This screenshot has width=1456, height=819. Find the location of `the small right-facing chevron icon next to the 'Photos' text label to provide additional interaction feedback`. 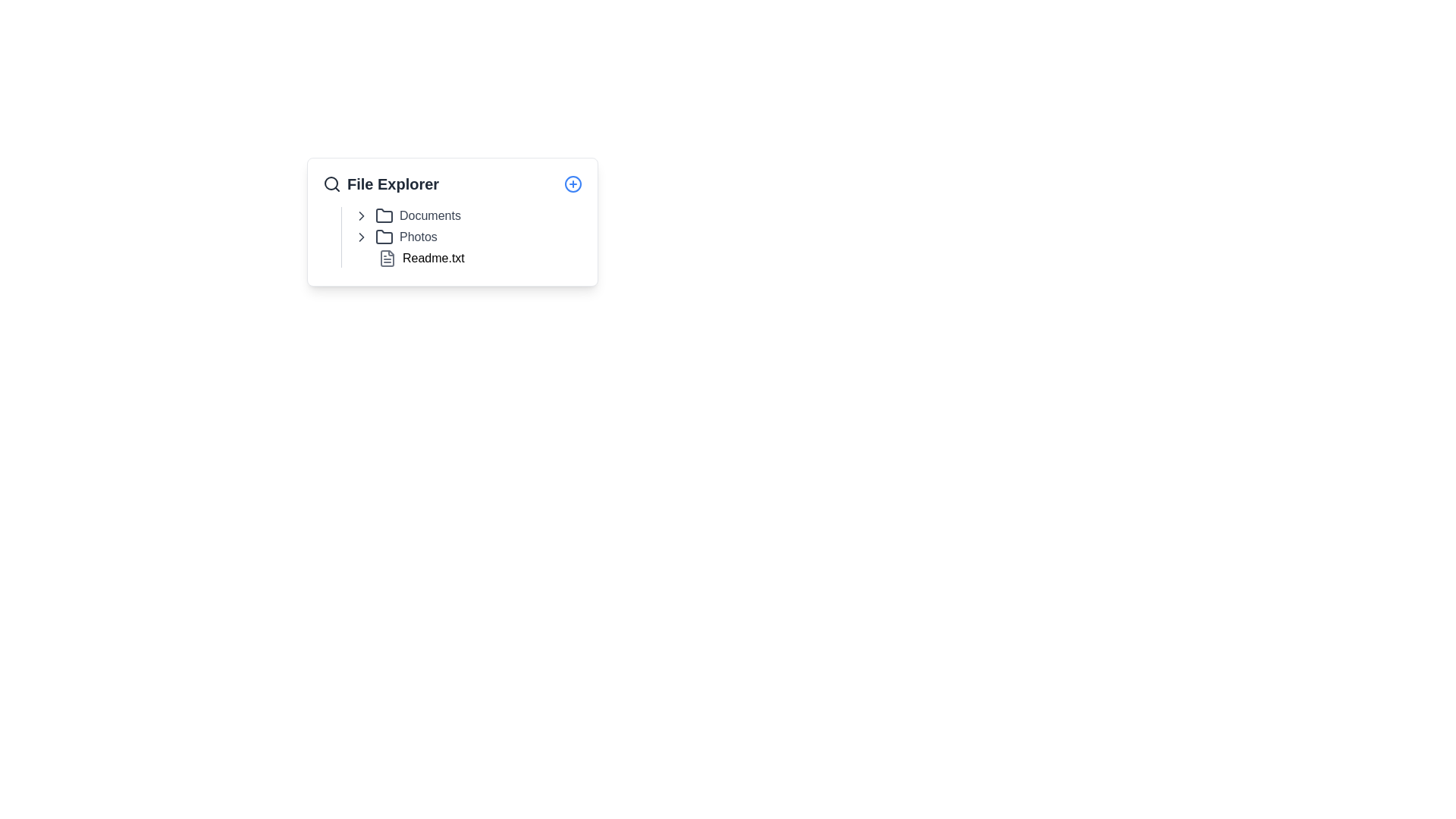

the small right-facing chevron icon next to the 'Photos' text label to provide additional interaction feedback is located at coordinates (360, 237).